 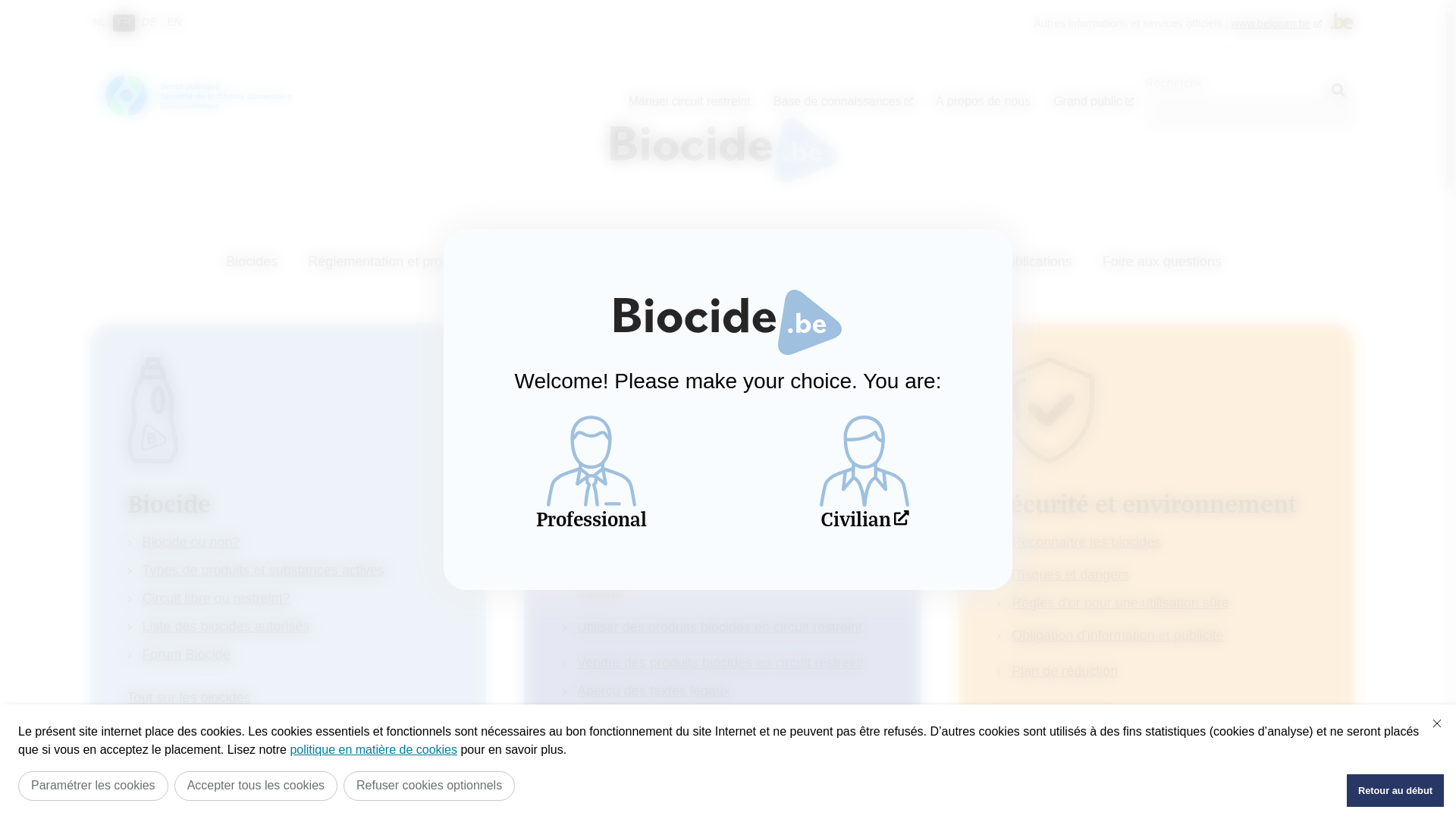 I want to click on 'Publications', so click(x=998, y=265).